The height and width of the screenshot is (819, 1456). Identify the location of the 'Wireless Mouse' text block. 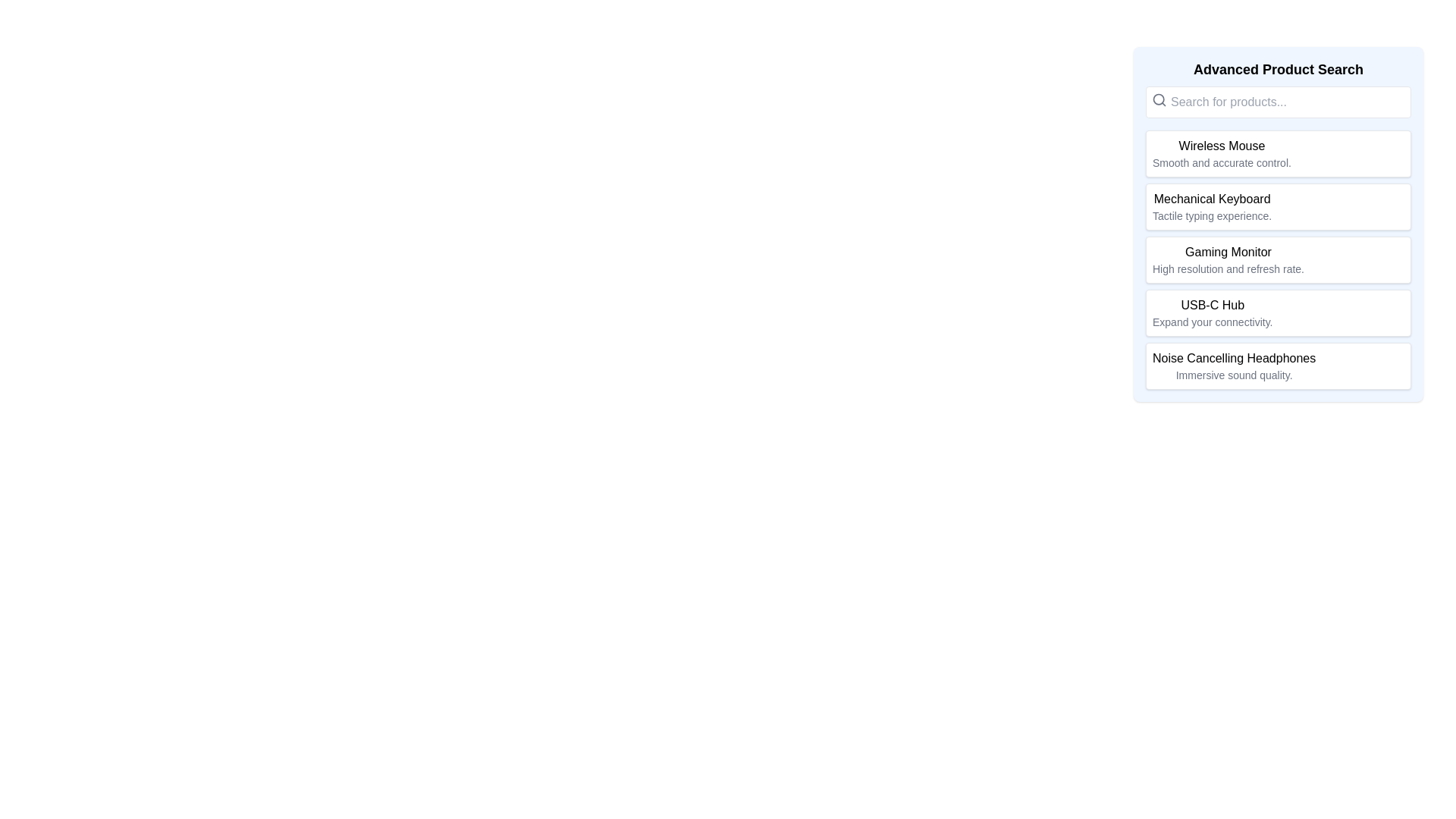
(1222, 154).